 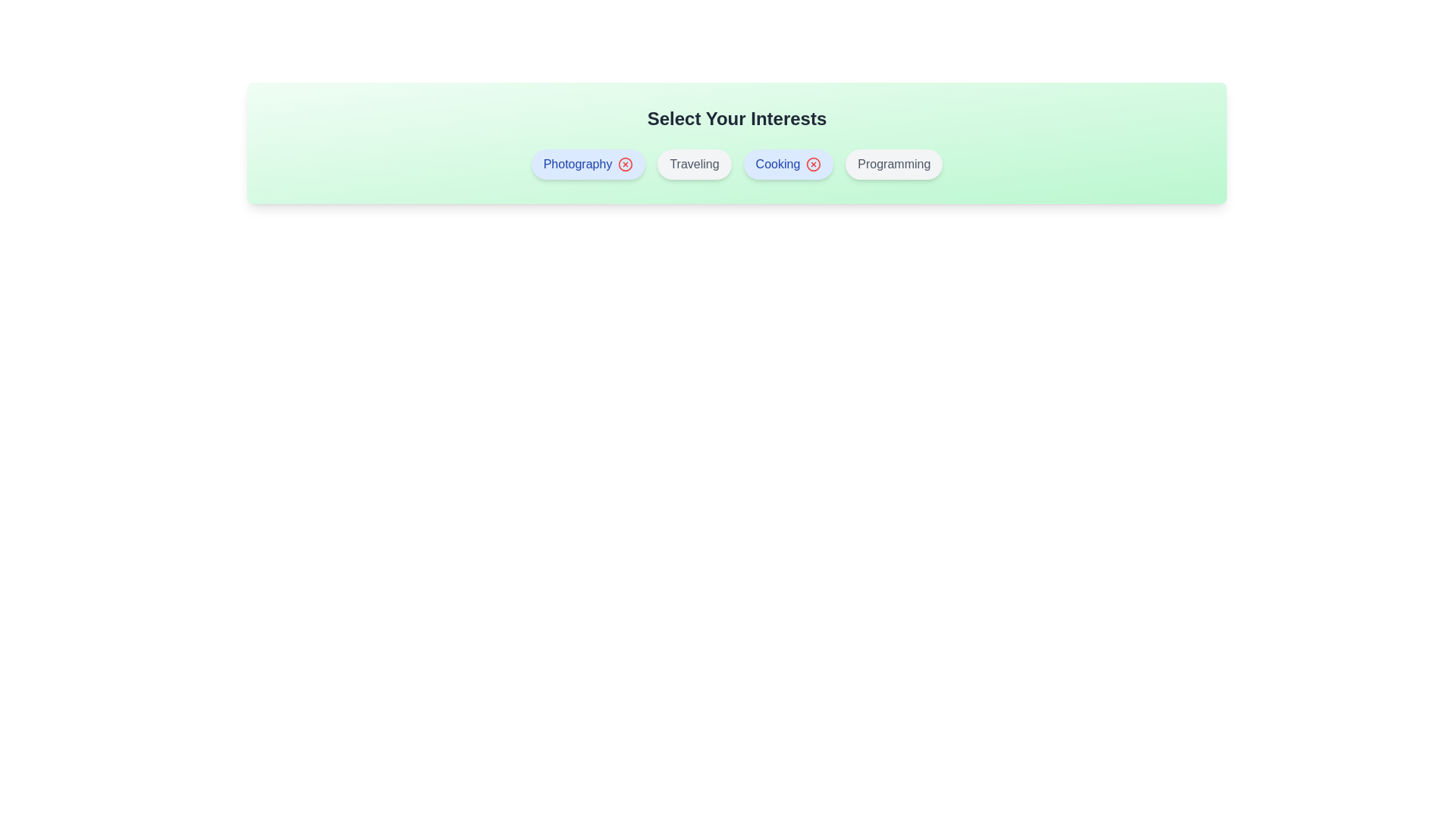 I want to click on the interest Photography by clicking on its button, so click(x=588, y=164).